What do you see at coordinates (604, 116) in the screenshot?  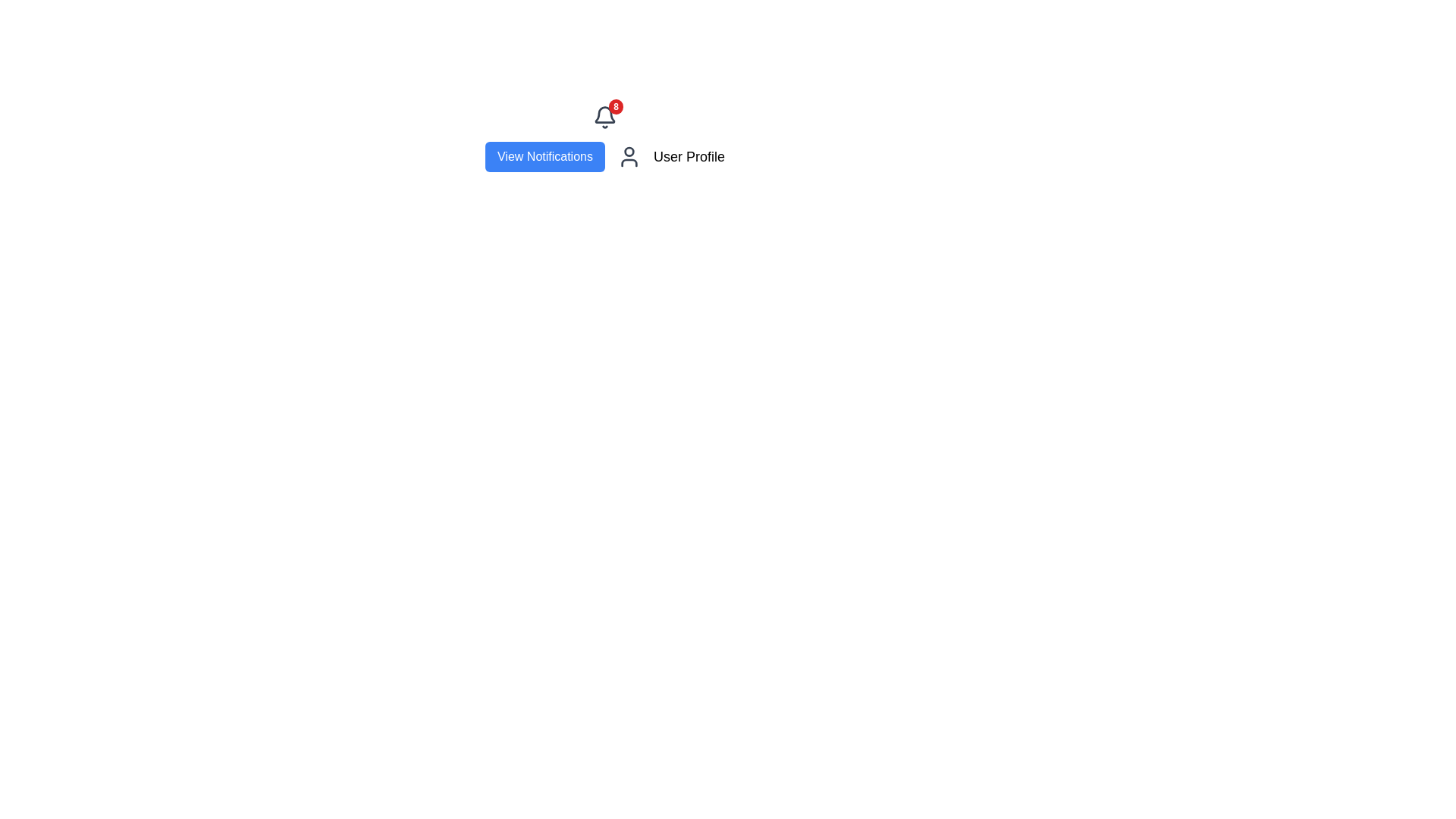 I see `the Notification Icon, which is a bell icon located at the top-center of the page` at bounding box center [604, 116].